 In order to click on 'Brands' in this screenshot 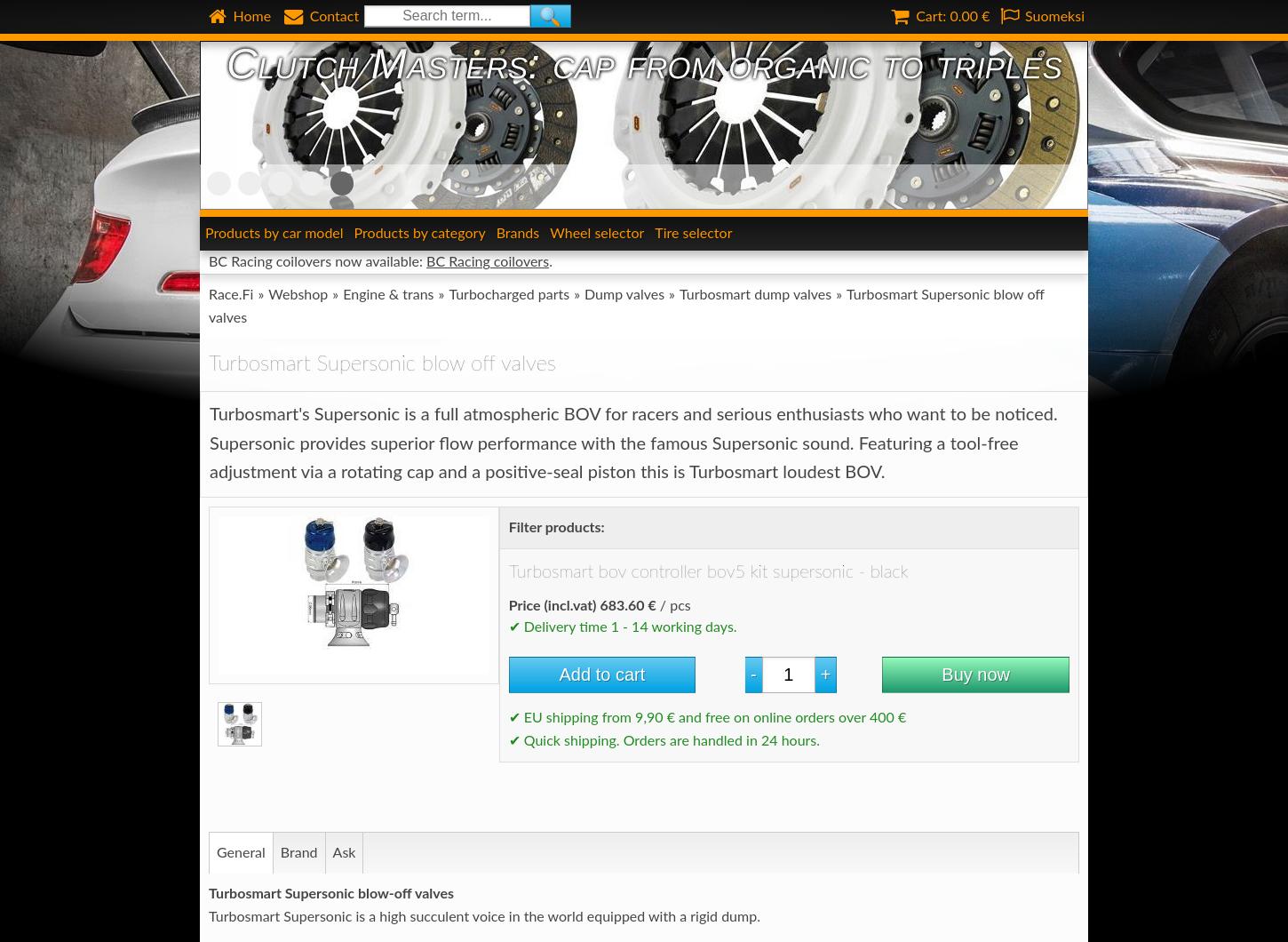, I will do `click(495, 232)`.